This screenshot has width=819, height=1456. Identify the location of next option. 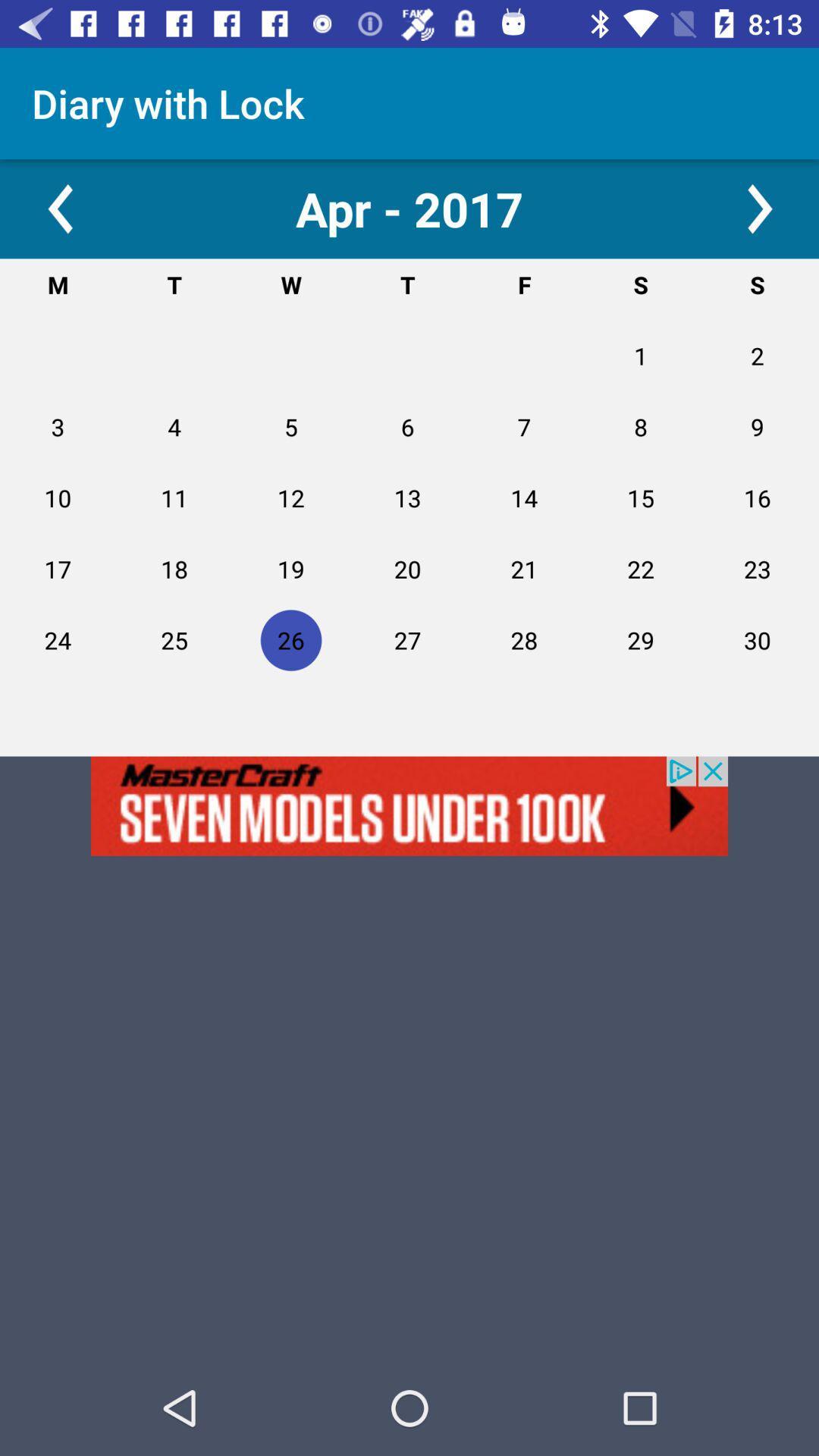
(759, 208).